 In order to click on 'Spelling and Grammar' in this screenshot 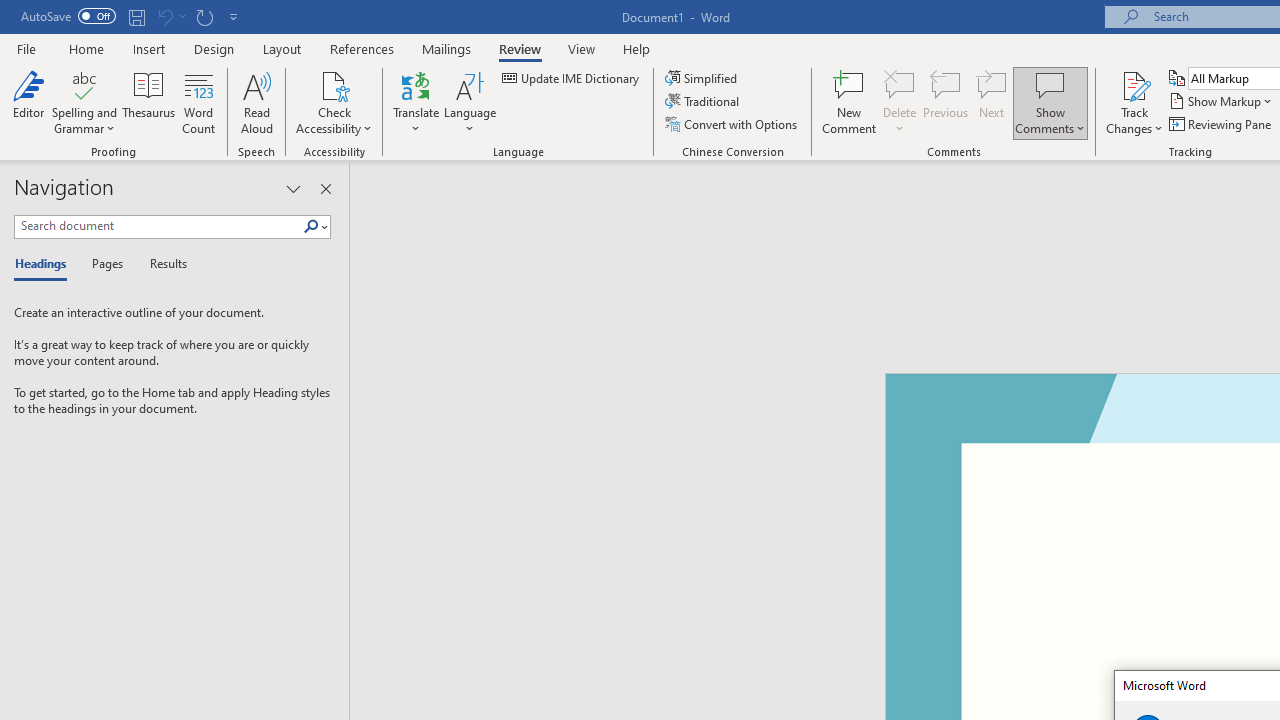, I will do `click(84, 84)`.